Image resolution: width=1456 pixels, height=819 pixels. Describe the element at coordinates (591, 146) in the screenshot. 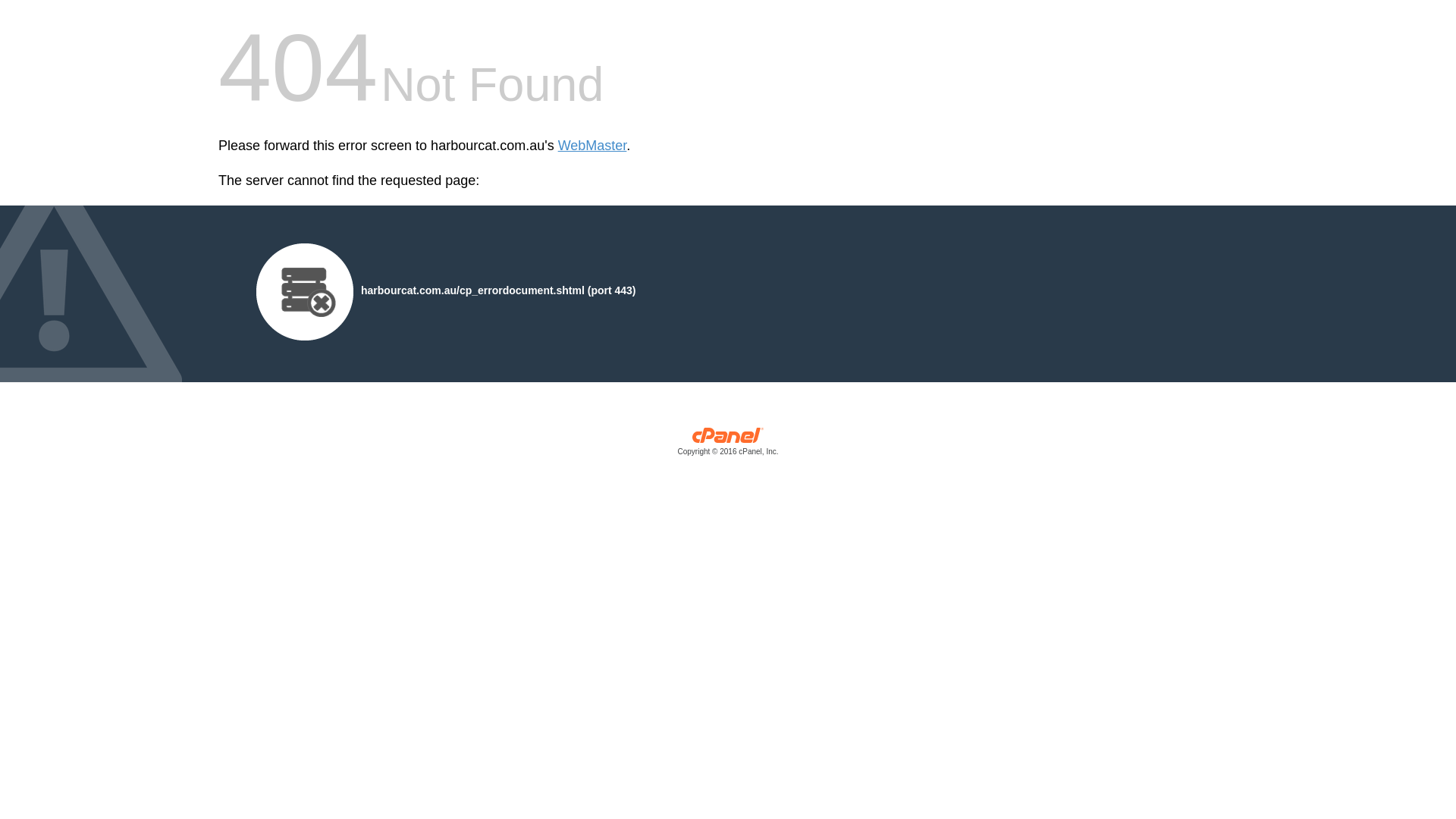

I see `'WebMaster'` at that location.